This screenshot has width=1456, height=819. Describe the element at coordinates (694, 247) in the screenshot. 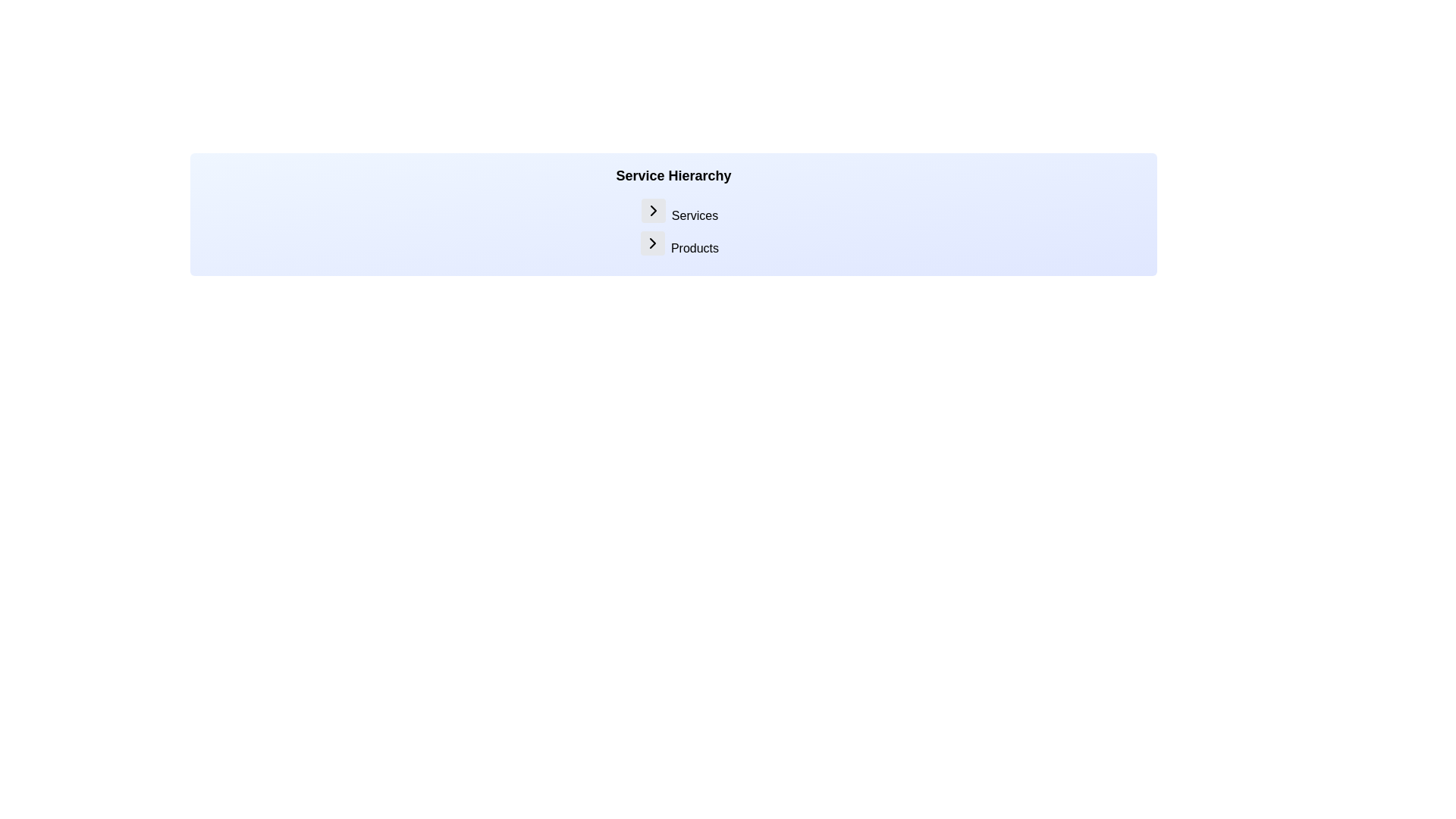

I see `the 'Products' text label which is the second entry in the vertical list under the header 'Service Hierarchy'` at that location.